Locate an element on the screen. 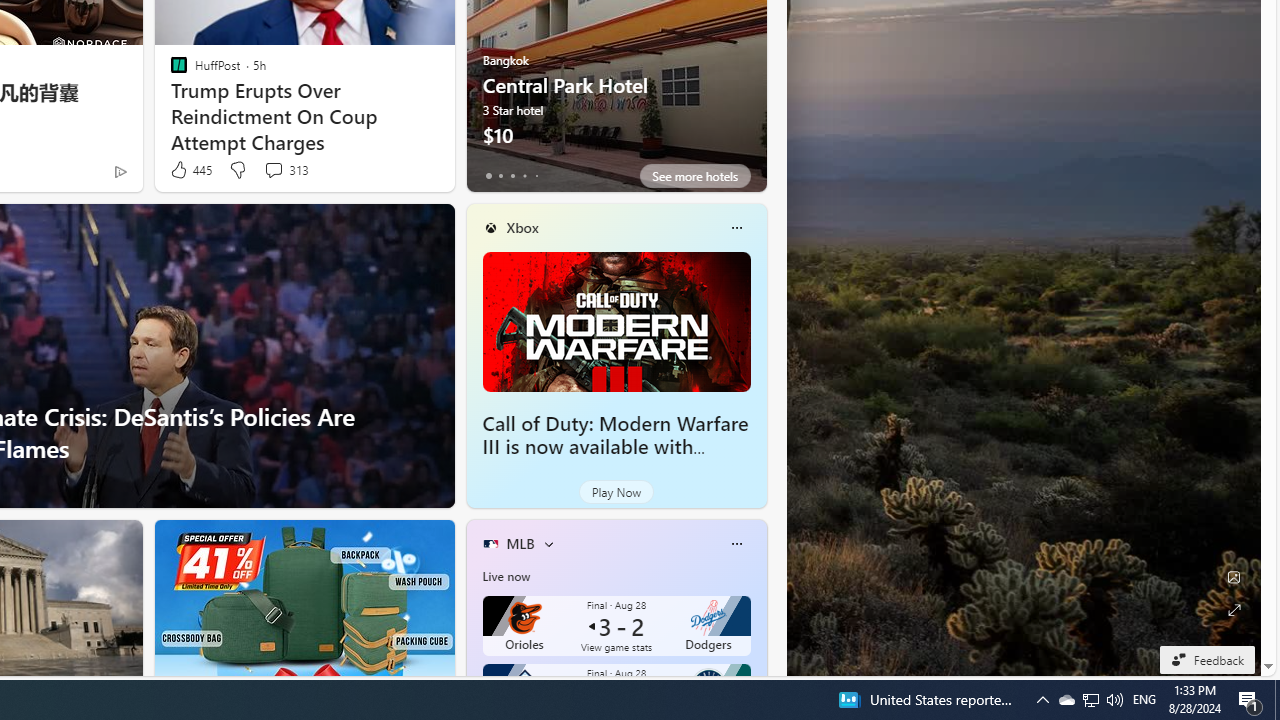  'Edit Background' is located at coordinates (1232, 577).